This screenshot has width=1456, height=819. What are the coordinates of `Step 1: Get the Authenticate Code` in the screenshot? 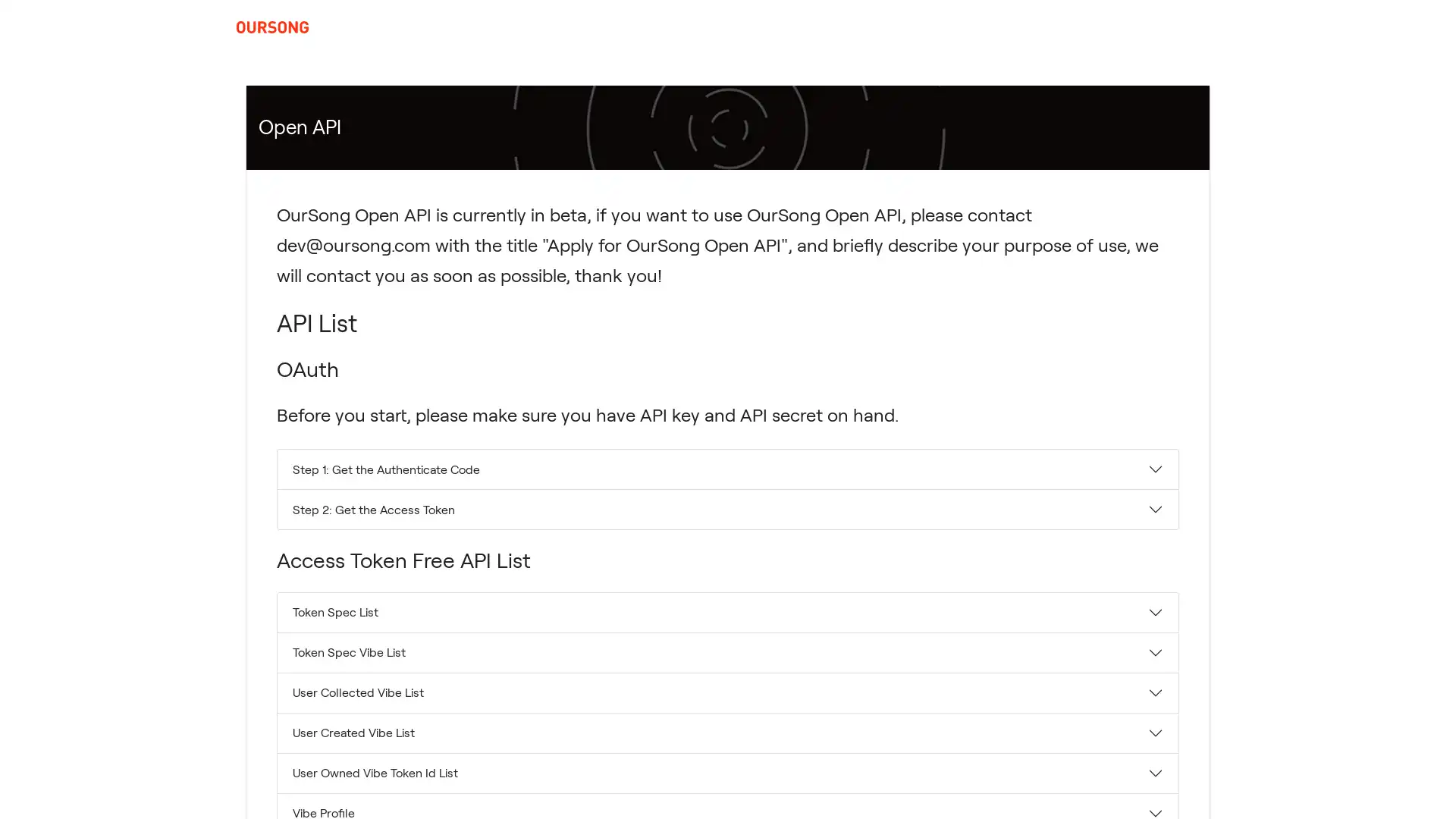 It's located at (728, 468).